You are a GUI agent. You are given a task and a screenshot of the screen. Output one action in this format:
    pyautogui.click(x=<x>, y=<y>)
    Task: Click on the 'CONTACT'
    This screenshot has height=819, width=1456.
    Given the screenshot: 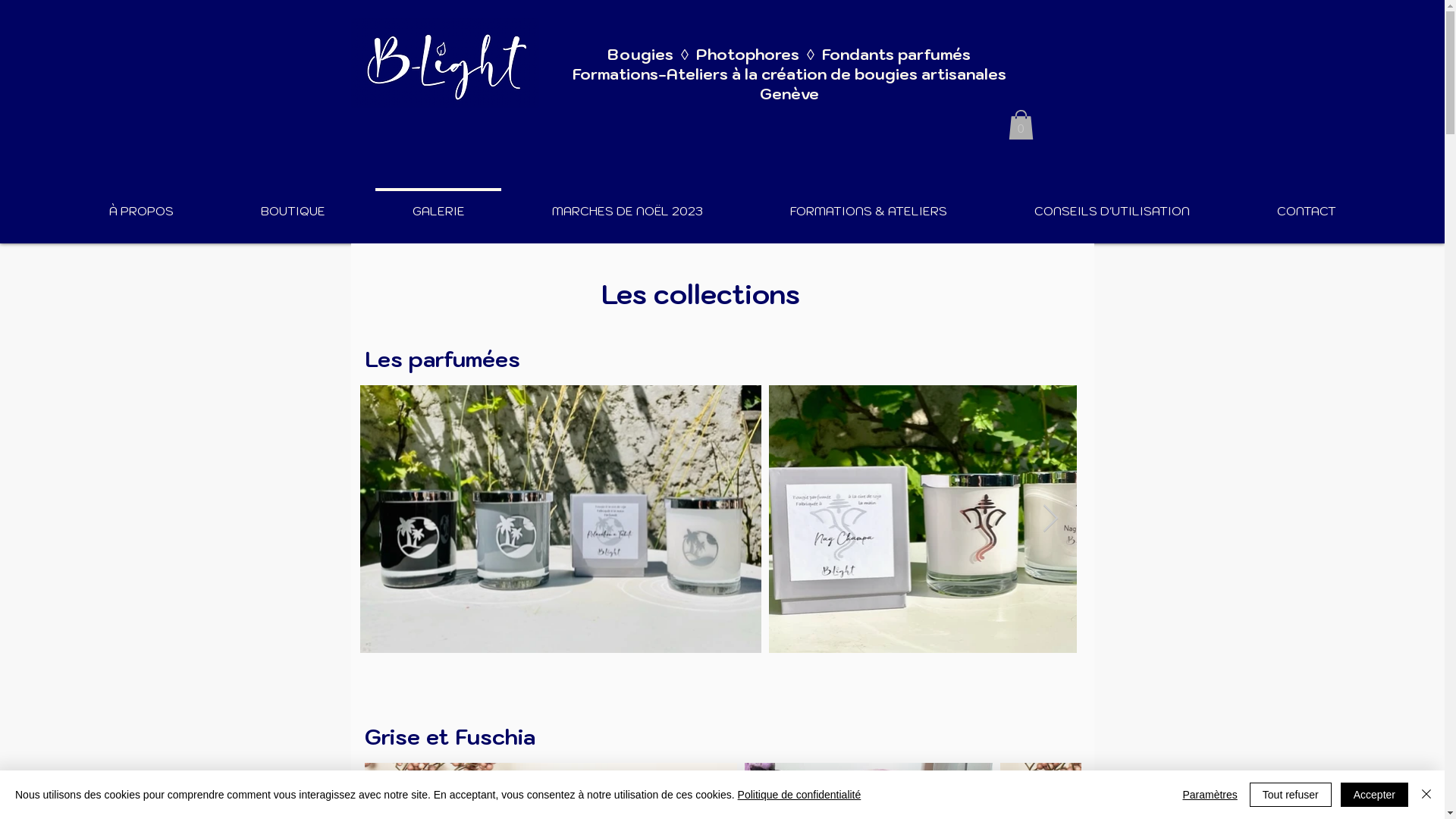 What is the action you would take?
    pyautogui.click(x=1305, y=203)
    